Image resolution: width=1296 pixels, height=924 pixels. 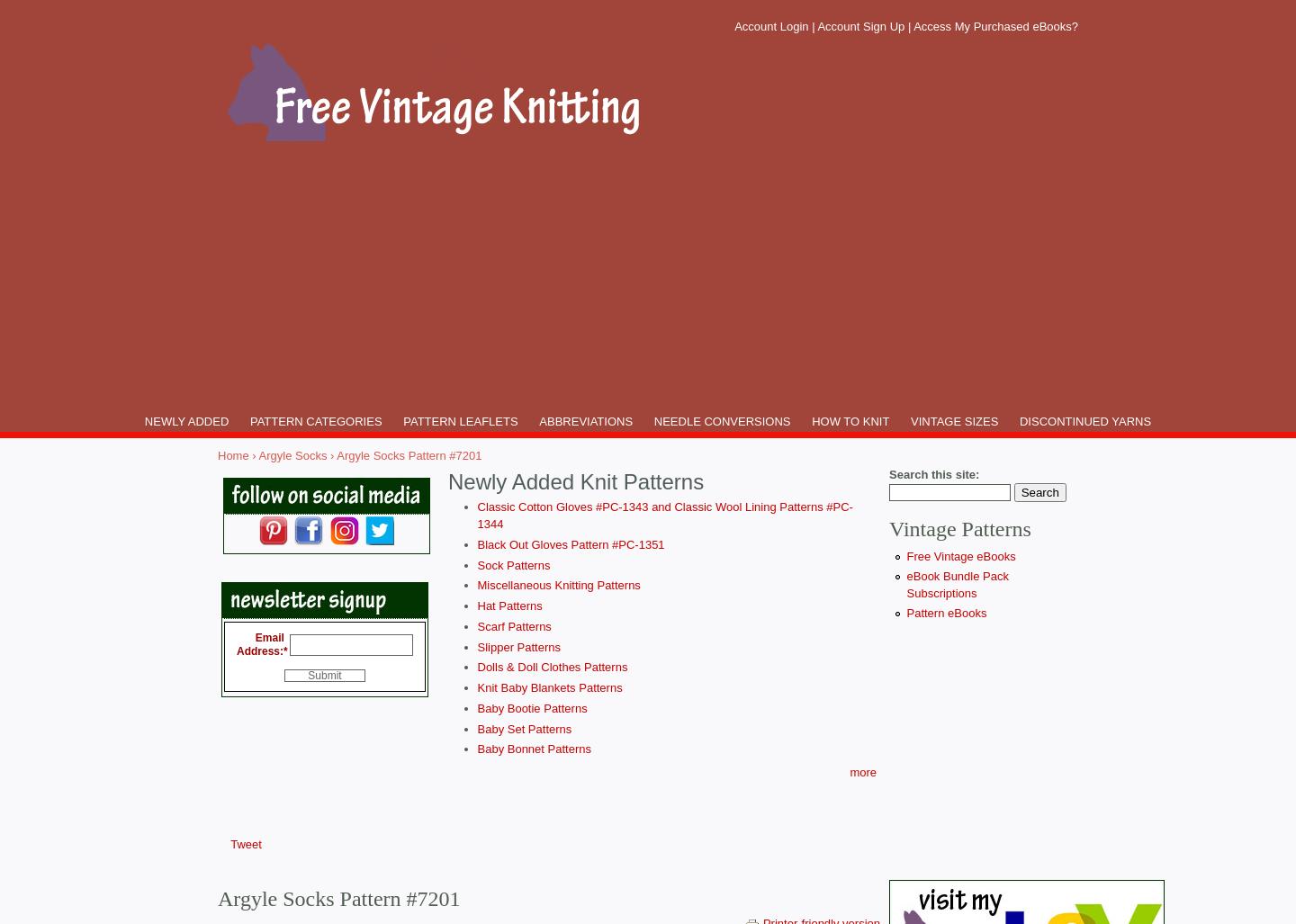 What do you see at coordinates (248, 421) in the screenshot?
I see `'PATTERN CATEGORIES'` at bounding box center [248, 421].